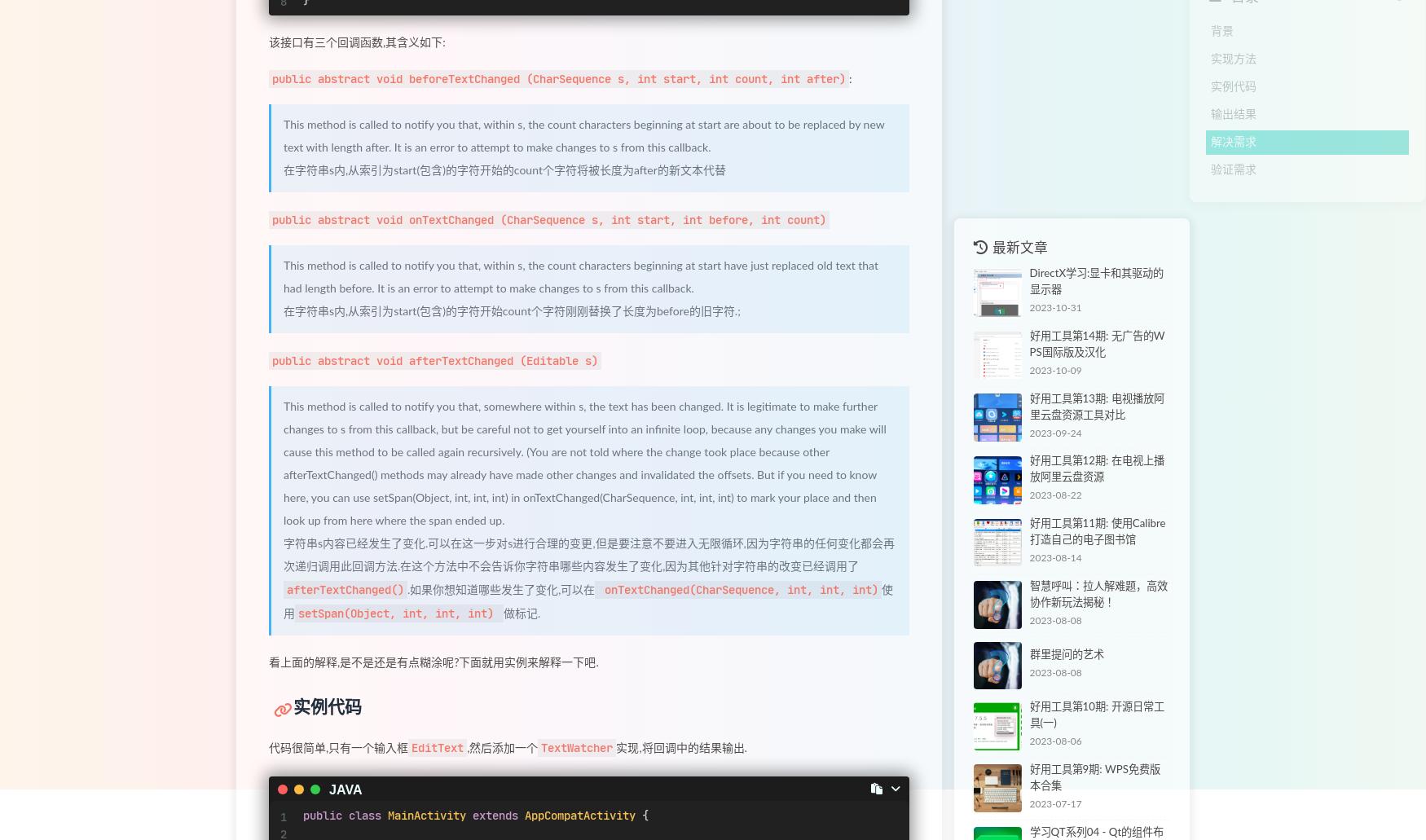  Describe the element at coordinates (1097, 532) in the screenshot. I see `'好用工具第11期: 使用Calibre打造自己的电子图书馆'` at that location.